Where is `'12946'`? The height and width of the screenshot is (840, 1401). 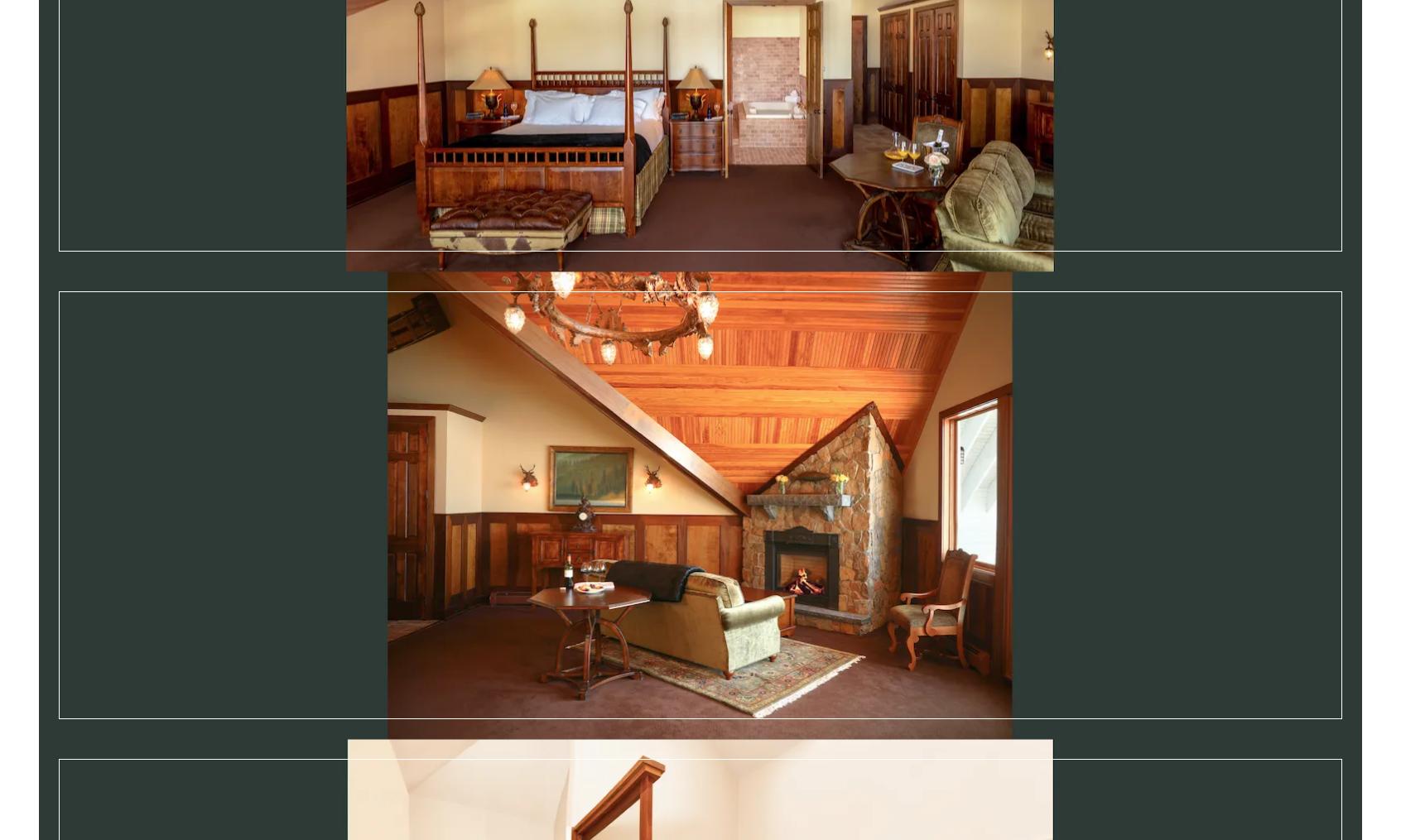
'12946' is located at coordinates (214, 787).